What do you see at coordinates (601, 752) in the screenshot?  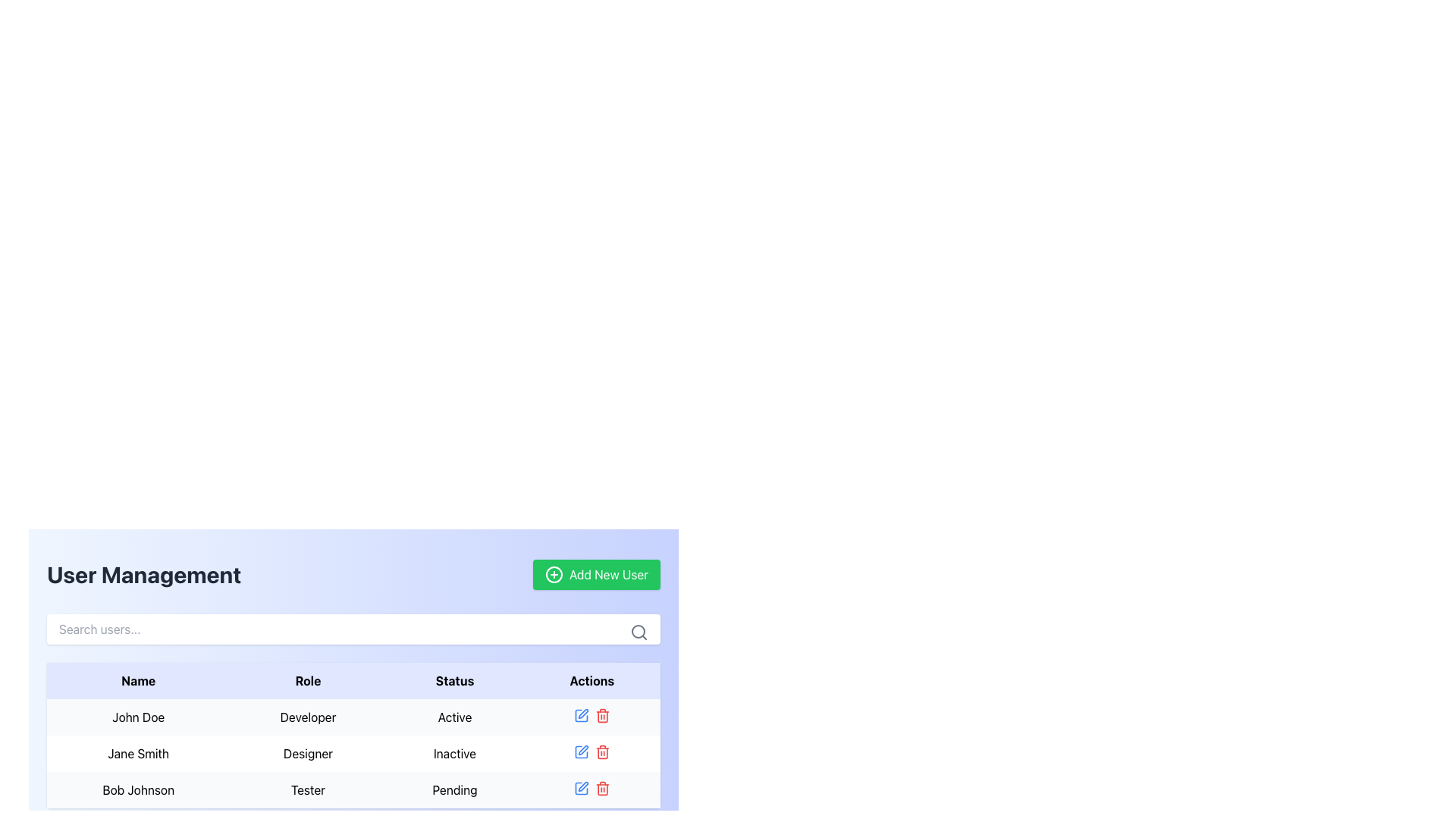 I see `the delete button located` at bounding box center [601, 752].